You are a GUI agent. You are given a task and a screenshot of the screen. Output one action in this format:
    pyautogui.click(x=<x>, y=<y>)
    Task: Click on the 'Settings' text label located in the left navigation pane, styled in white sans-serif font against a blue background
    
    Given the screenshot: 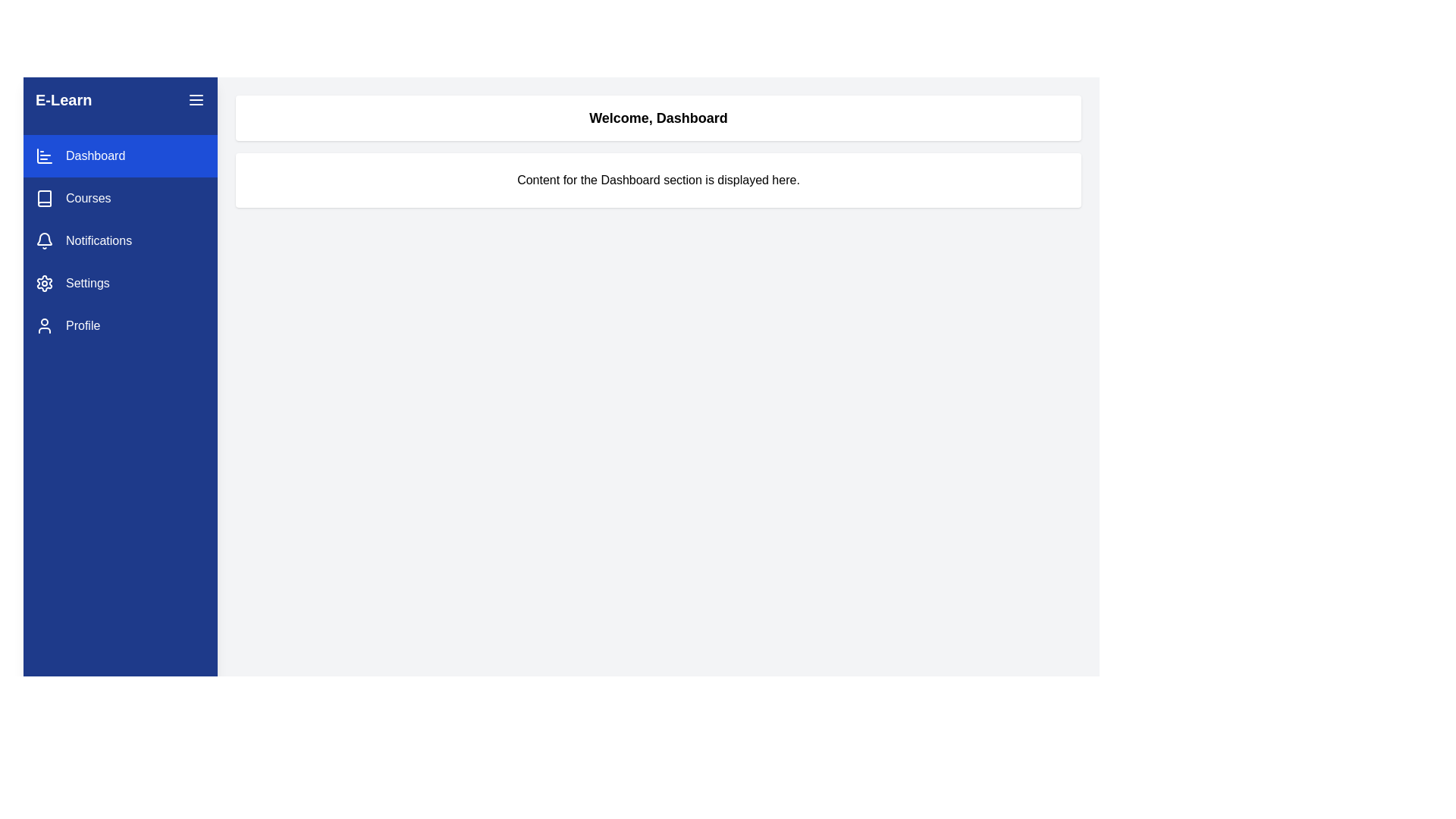 What is the action you would take?
    pyautogui.click(x=86, y=284)
    